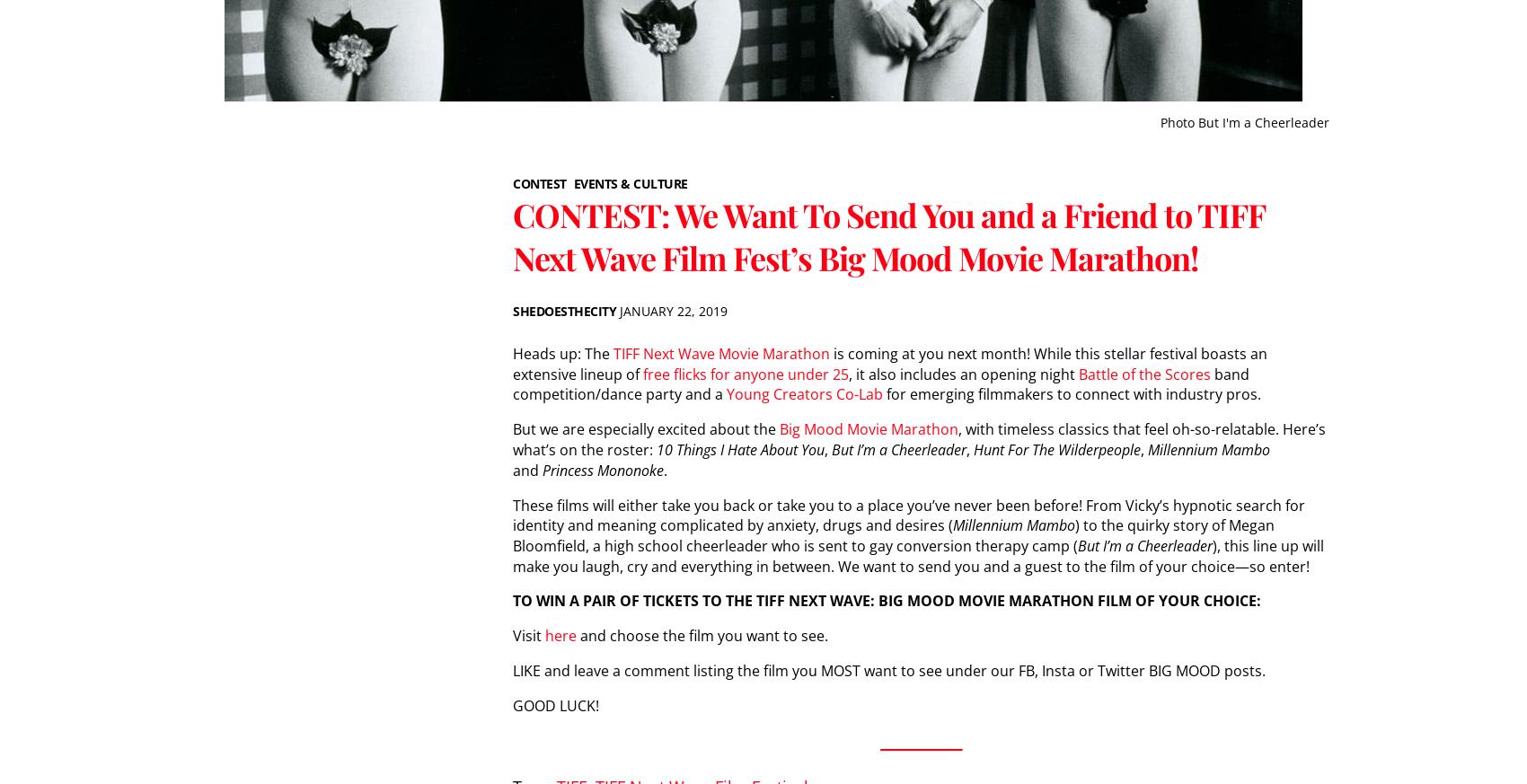 The image size is (1527, 784). What do you see at coordinates (886, 600) in the screenshot?
I see `'TO WIN A PAIR OF TICKETS TO THE TIFF NEXT WAVE: BIG MOOD MOVIE MARATHON FILM OF YOUR CHOICE:'` at bounding box center [886, 600].